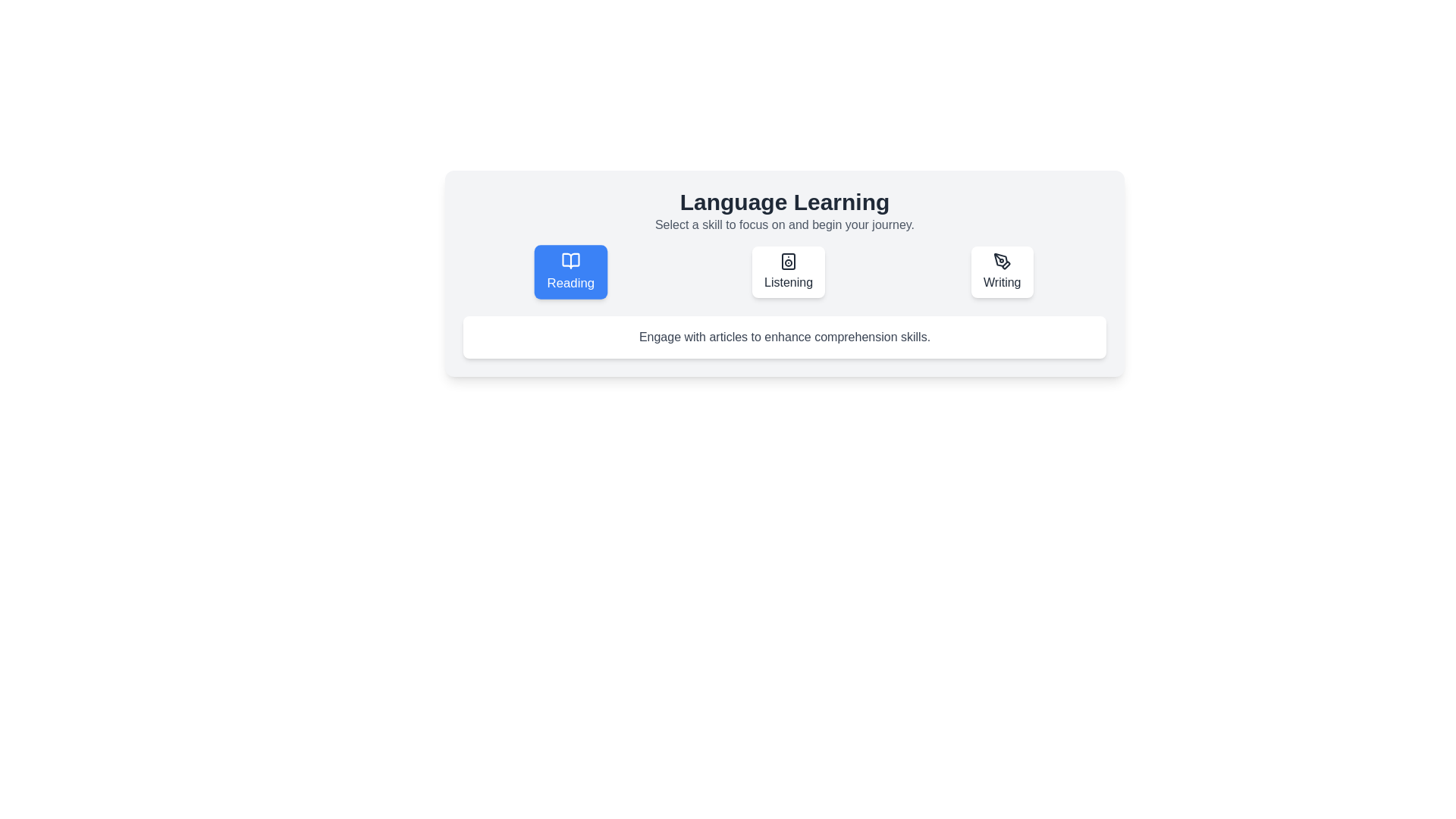 The image size is (1456, 819). What do you see at coordinates (570, 271) in the screenshot?
I see `the 'Reading' button, which is the leftmost button in a horizontal arrangement of buttons labeled 'Listening', 'Writing', and 'Reading'` at bounding box center [570, 271].